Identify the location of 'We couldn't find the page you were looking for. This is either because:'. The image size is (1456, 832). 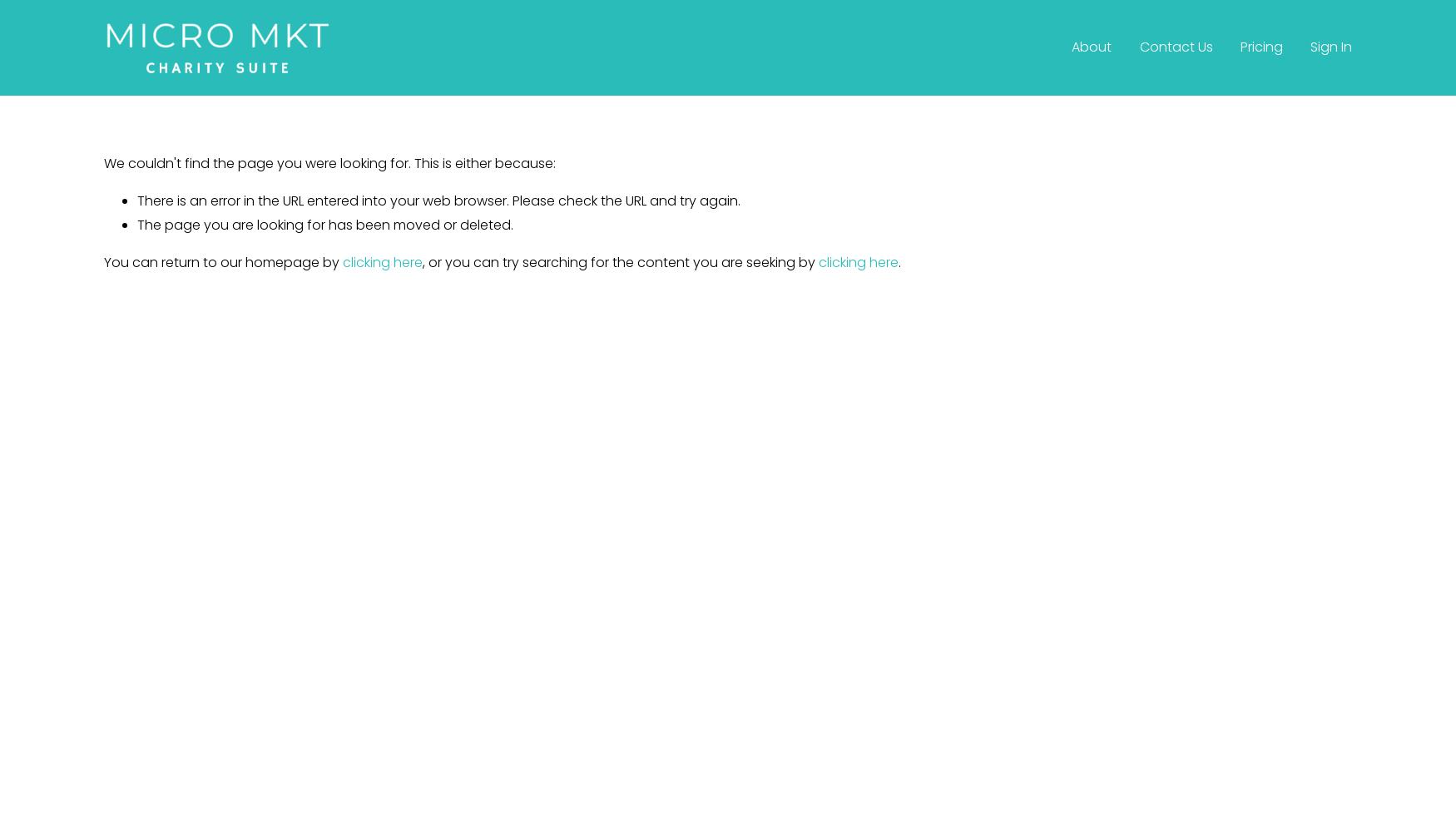
(329, 162).